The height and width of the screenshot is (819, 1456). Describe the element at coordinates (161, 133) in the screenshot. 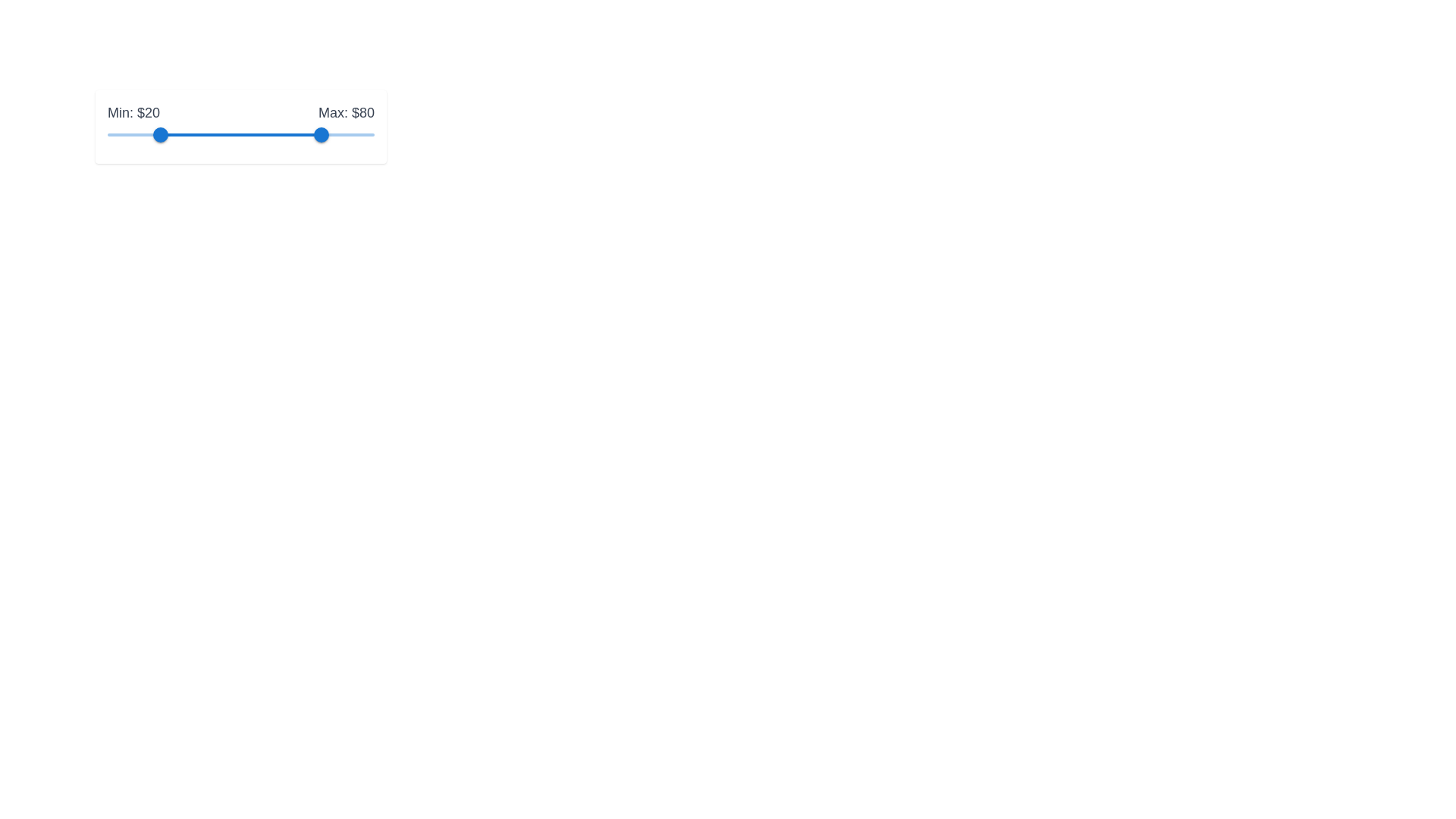

I see `the first handle of the horizontal slider` at that location.